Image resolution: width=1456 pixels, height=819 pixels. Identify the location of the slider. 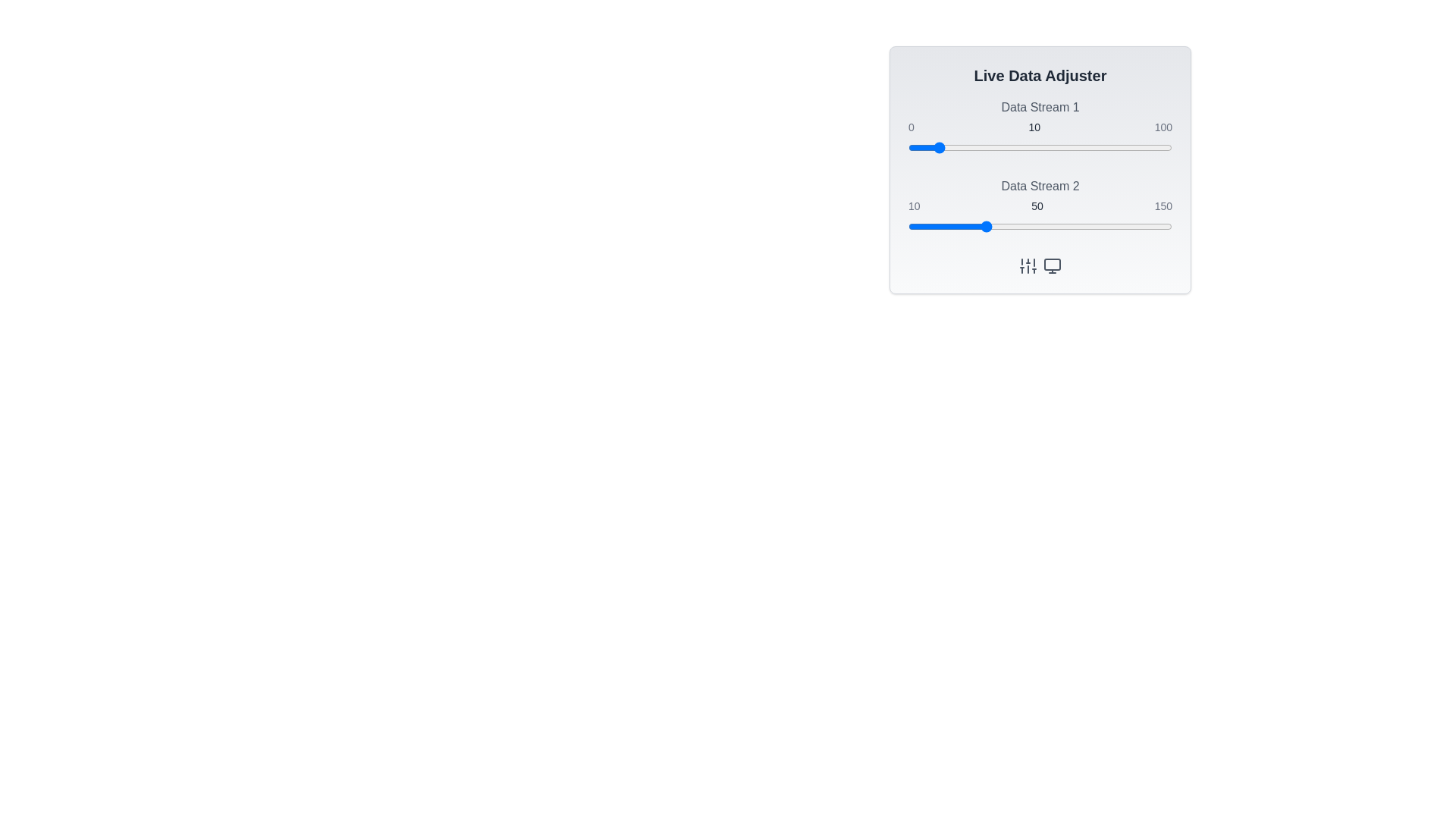
(1095, 148).